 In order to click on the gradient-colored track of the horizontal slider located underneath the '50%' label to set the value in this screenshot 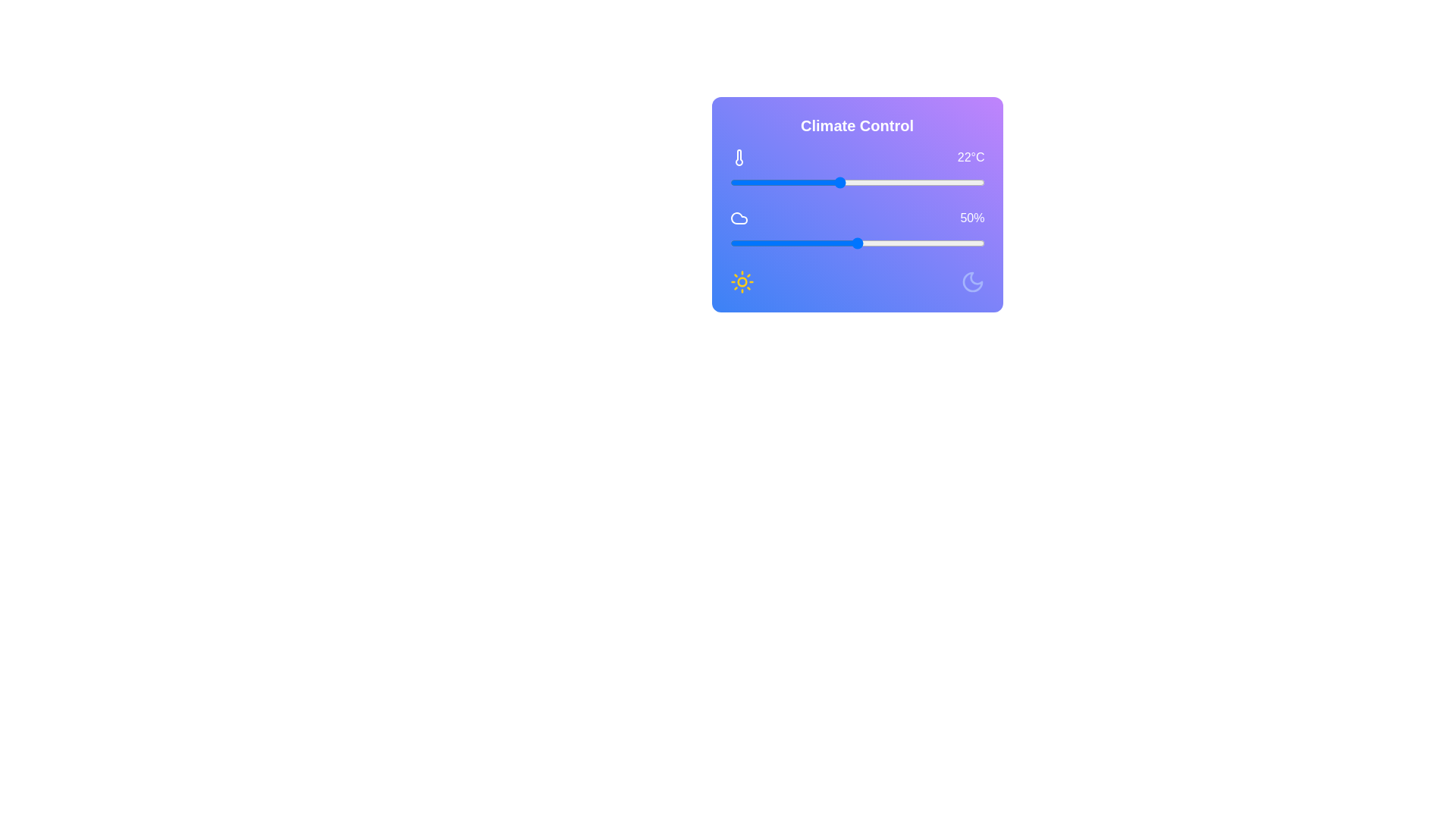, I will do `click(857, 242)`.